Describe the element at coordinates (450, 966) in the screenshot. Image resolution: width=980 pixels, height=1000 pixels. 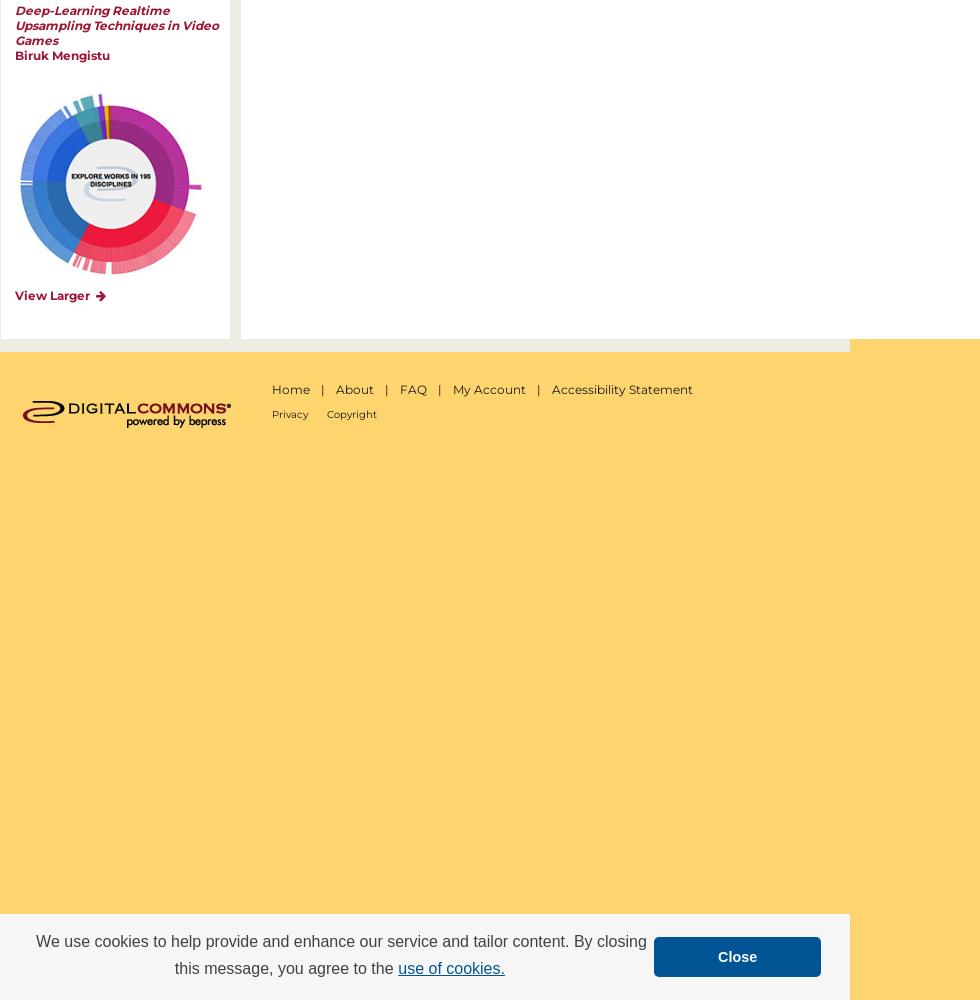
I see `'use of cookies.'` at that location.